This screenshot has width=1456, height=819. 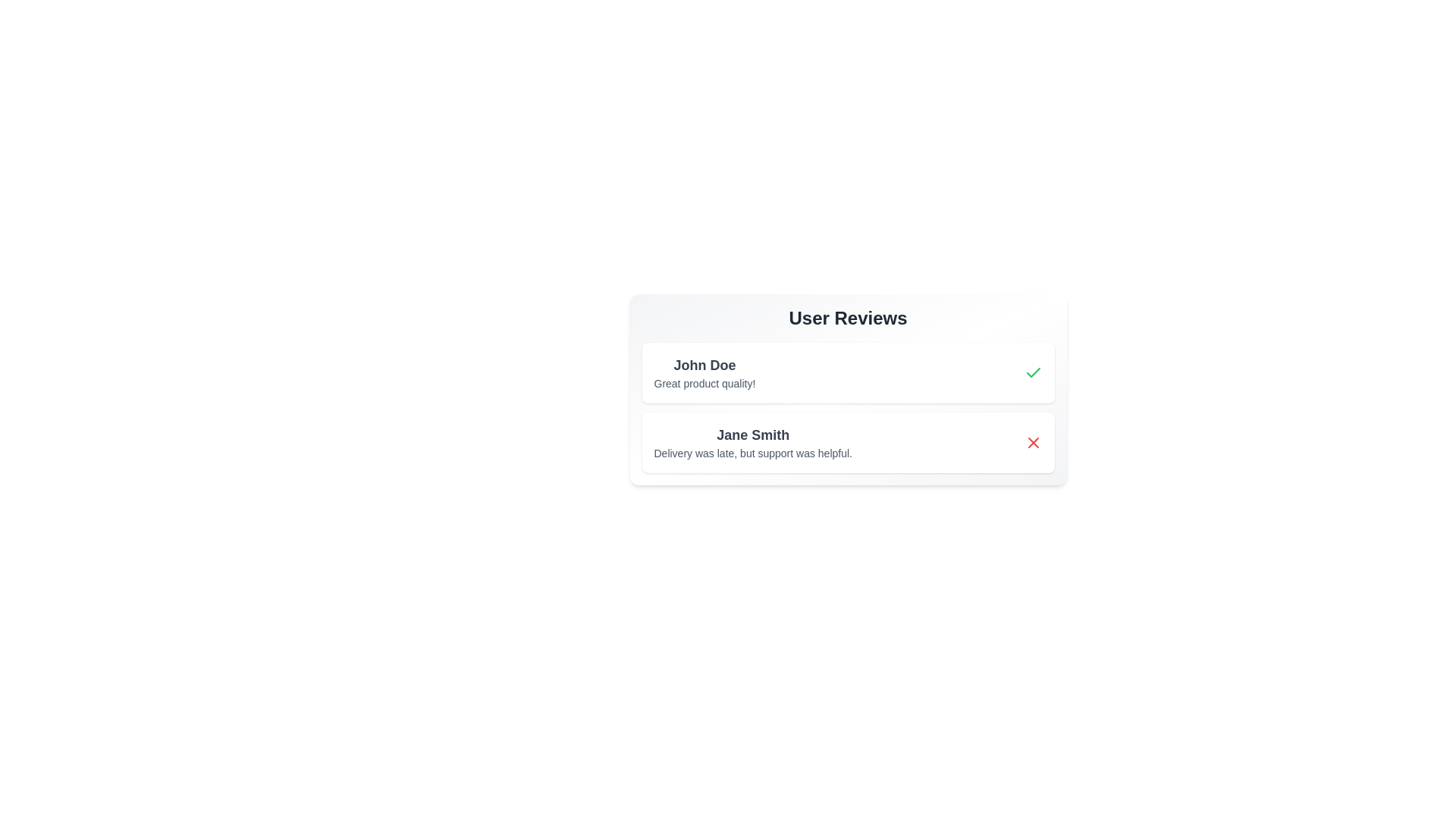 I want to click on bold, centered text that says 'User Reviews', which is positioned at the top of the card containing user review entries, so click(x=847, y=318).